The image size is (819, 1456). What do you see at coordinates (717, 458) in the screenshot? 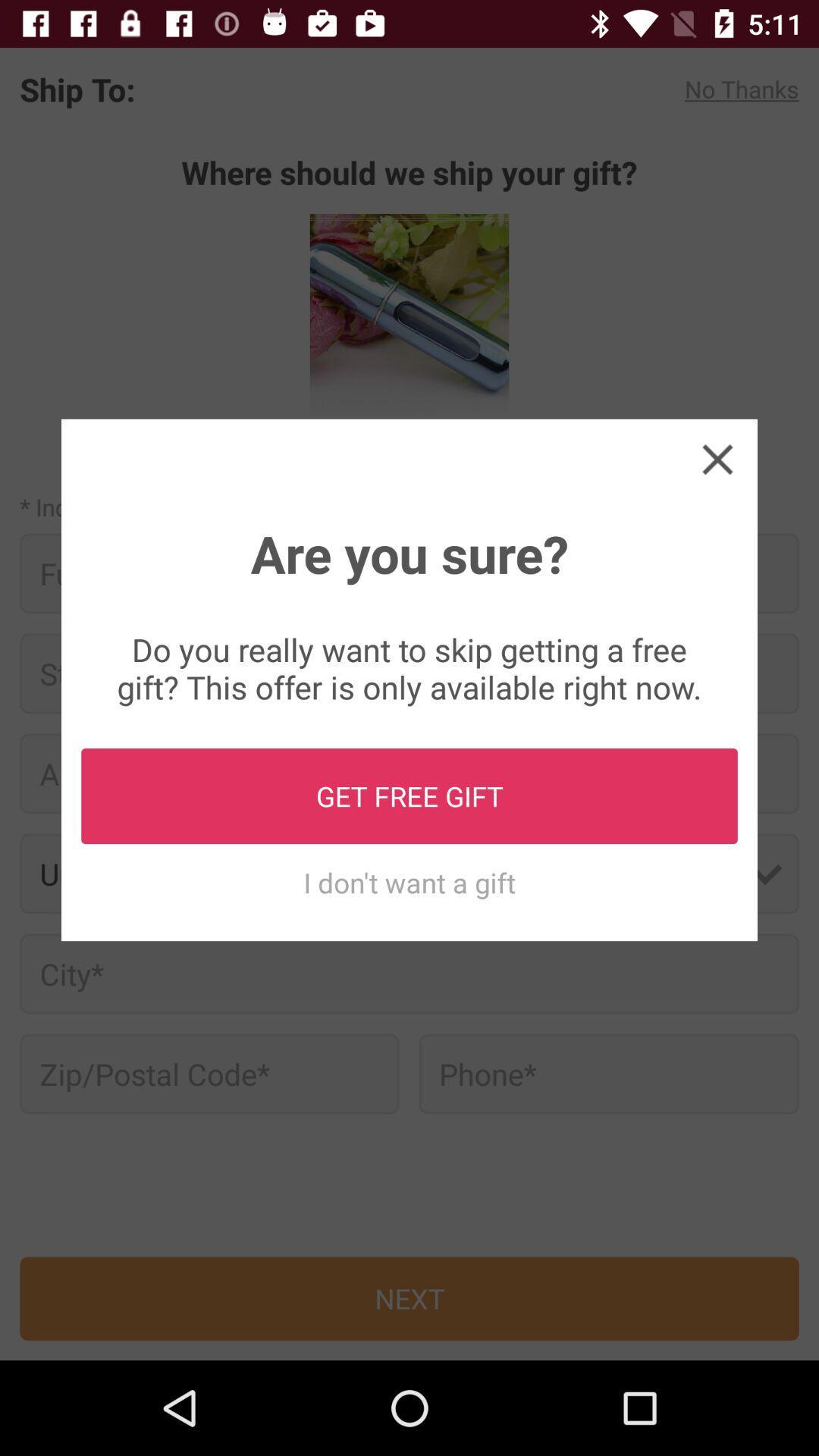
I see `closing option` at bounding box center [717, 458].